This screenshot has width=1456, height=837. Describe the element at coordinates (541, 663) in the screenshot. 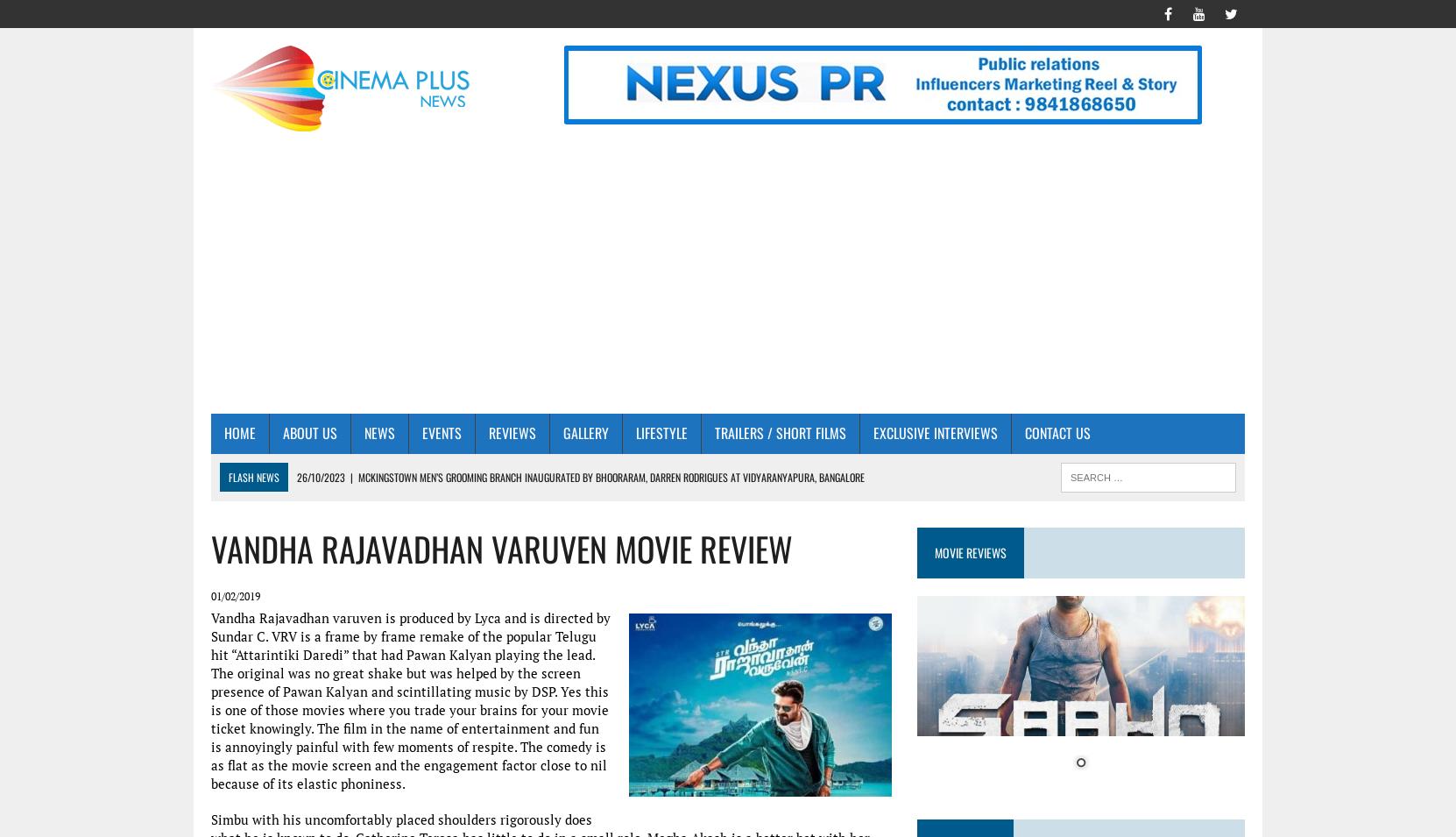

I see `'Page 3 Luxury Salon and Makeover Studio – Mogappair First year celebrations graced by Actress Aishwarya Rajesh, Mrs.Veena Kumaravel & Mrs.Meenakshi'` at that location.